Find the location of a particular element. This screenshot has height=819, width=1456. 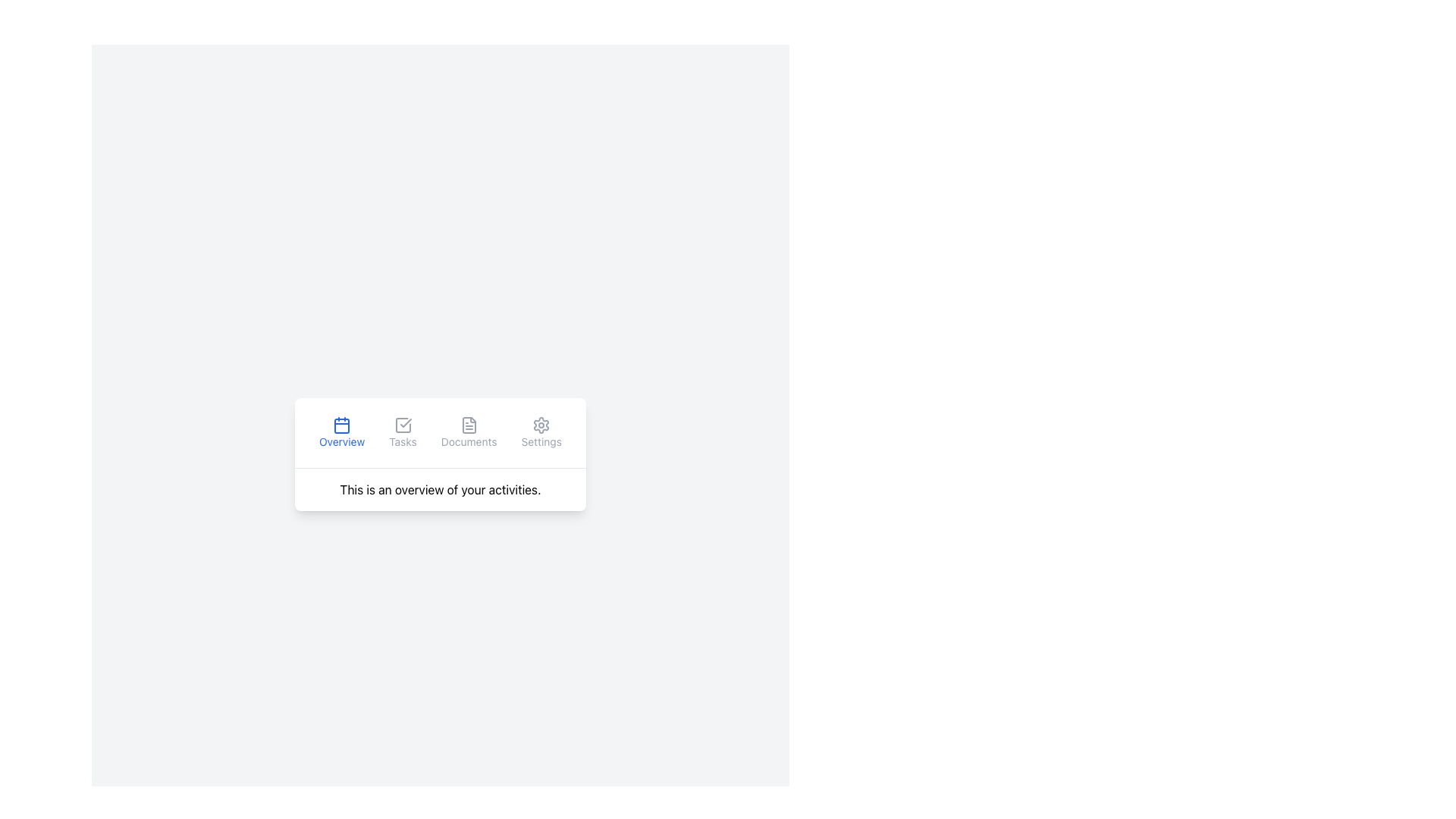

the square-shaped document icon located in the Documents tab section of the interface is located at coordinates (468, 425).